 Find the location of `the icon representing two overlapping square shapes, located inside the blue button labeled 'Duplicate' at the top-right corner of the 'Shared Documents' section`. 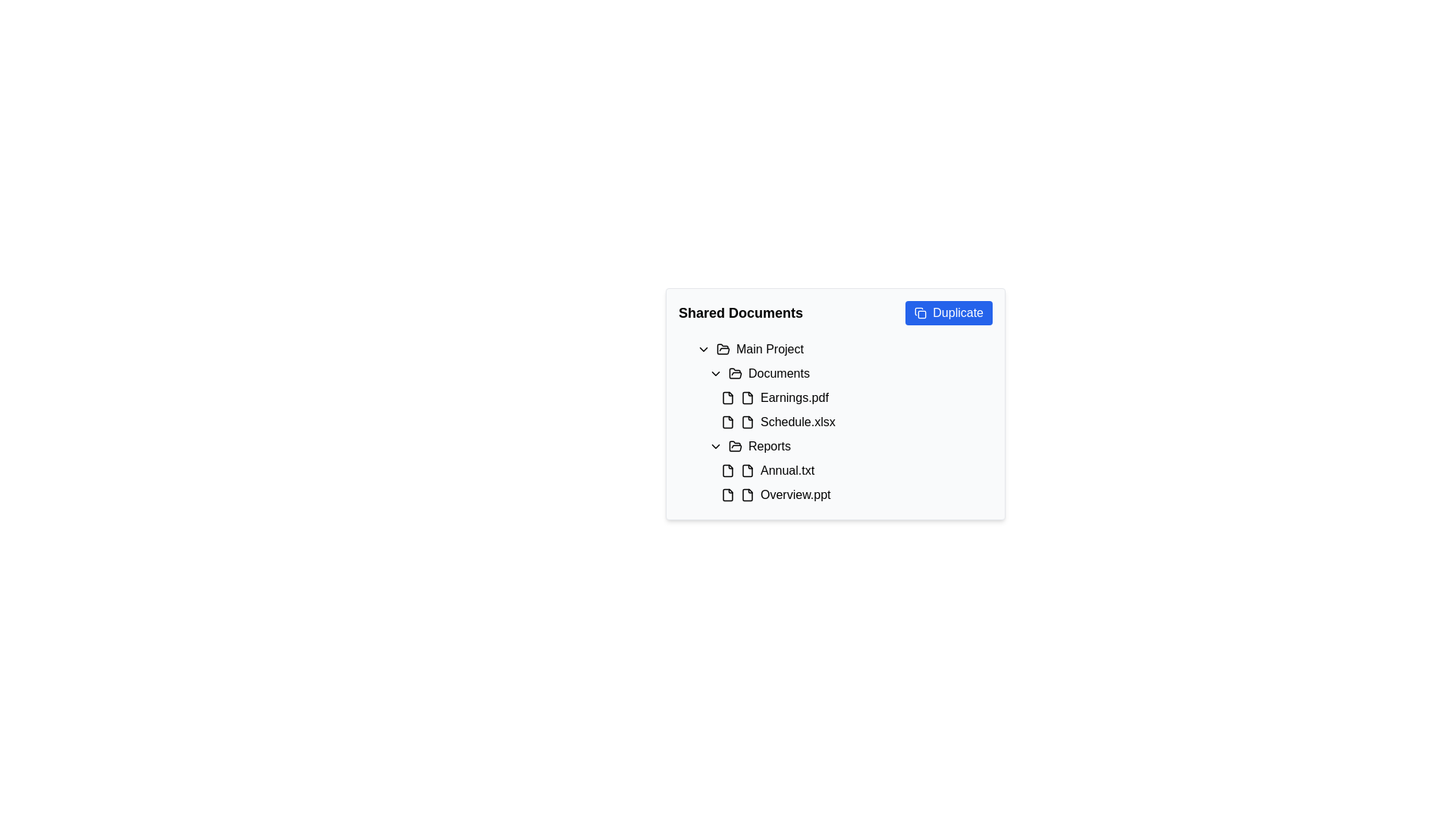

the icon representing two overlapping square shapes, located inside the blue button labeled 'Duplicate' at the top-right corner of the 'Shared Documents' section is located at coordinates (920, 312).